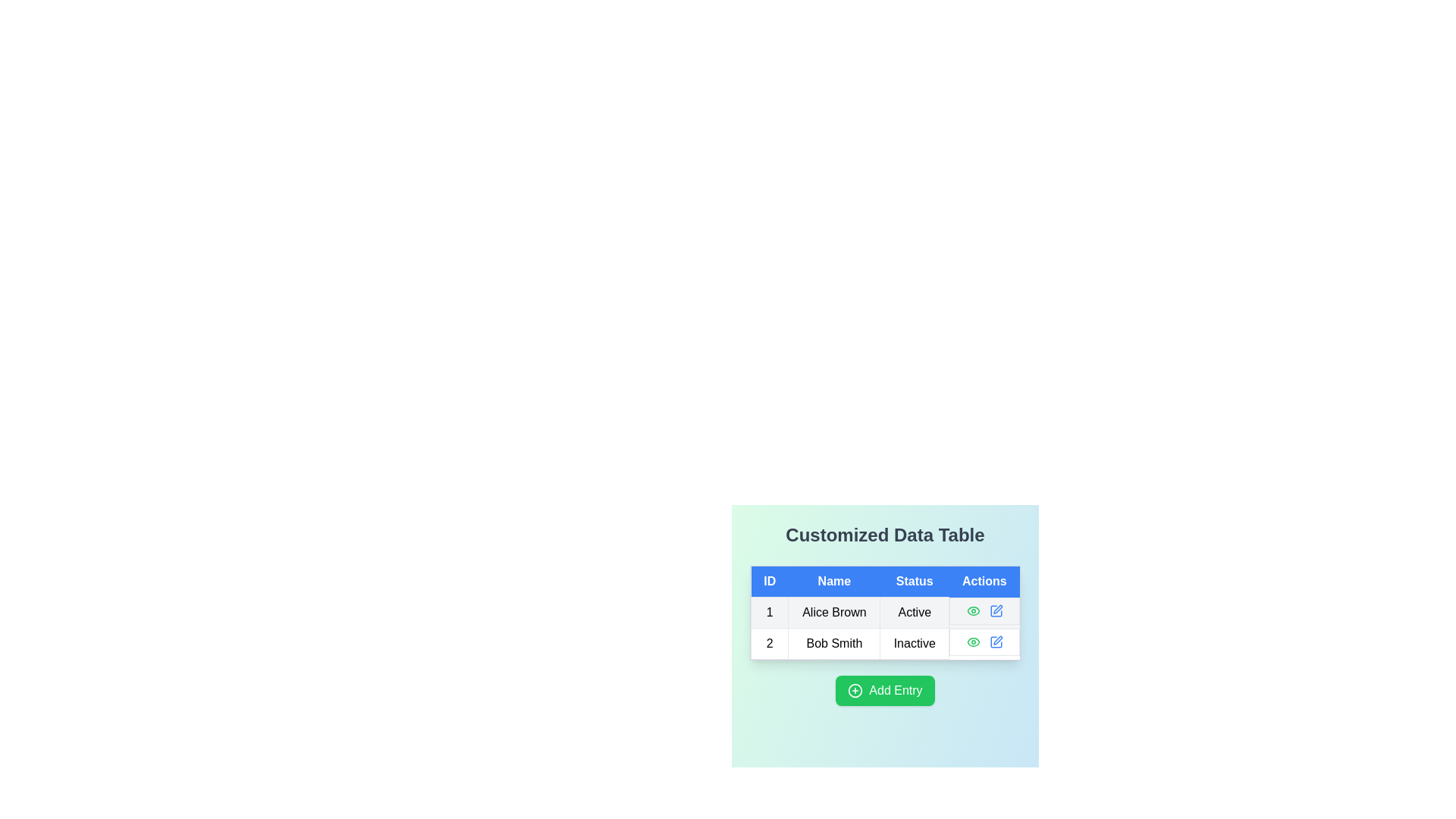 This screenshot has height=819, width=1456. Describe the element at coordinates (973, 610) in the screenshot. I see `the green outline eye icon in the 'Actions' column of the second row in the table, which is used for viewing or revealing information` at that location.